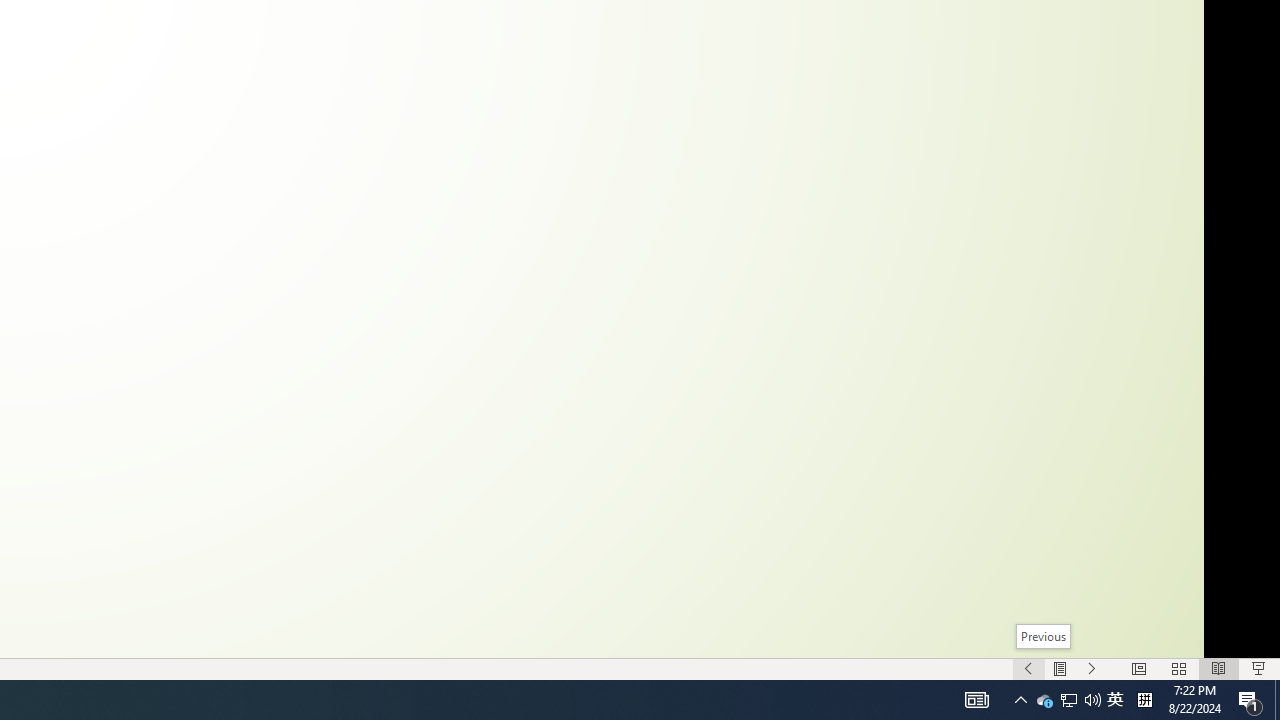 The height and width of the screenshot is (720, 1280). I want to click on 'Slide Show Previous On', so click(1028, 669).